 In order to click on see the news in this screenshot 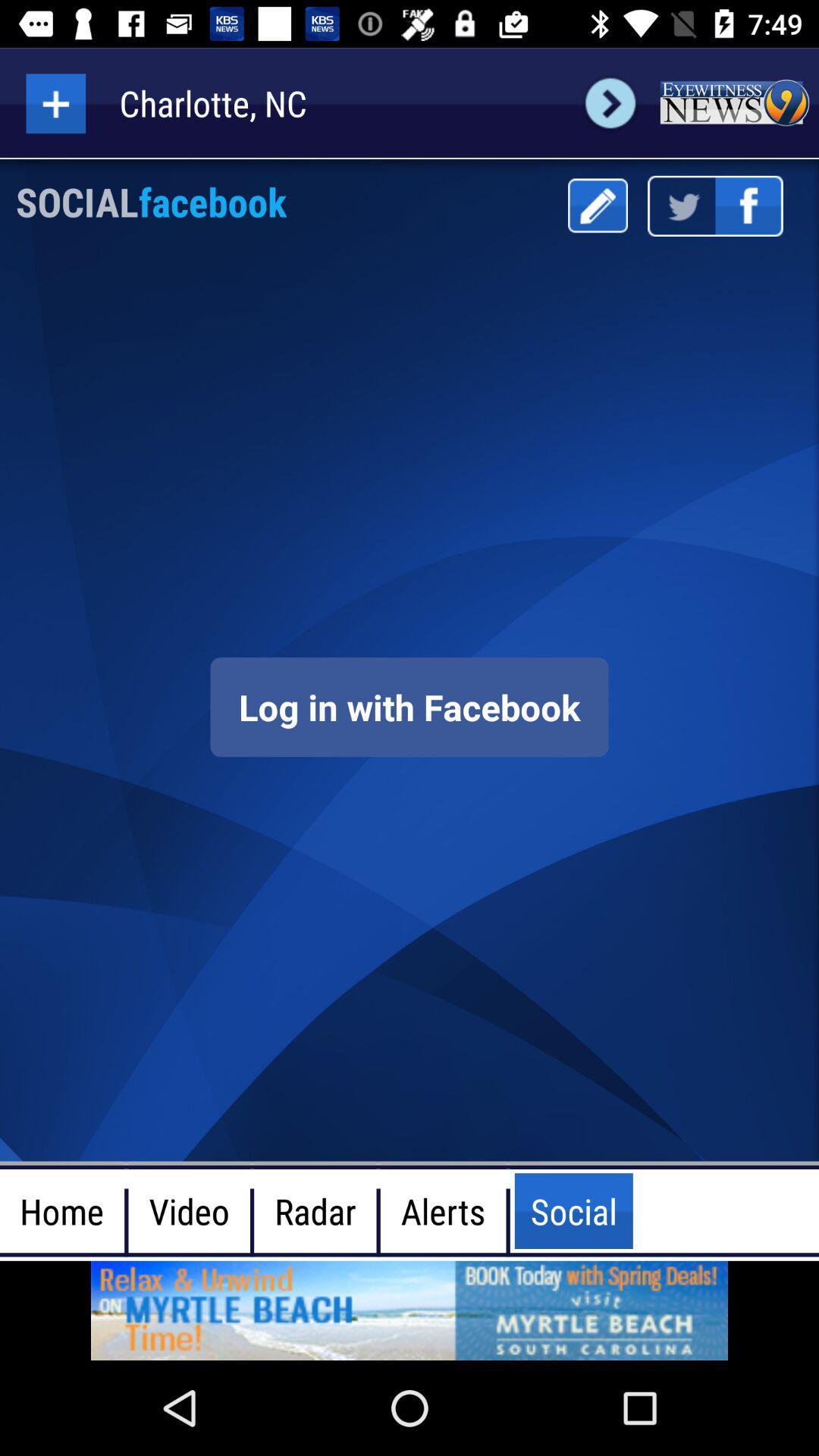, I will do `click(733, 102)`.